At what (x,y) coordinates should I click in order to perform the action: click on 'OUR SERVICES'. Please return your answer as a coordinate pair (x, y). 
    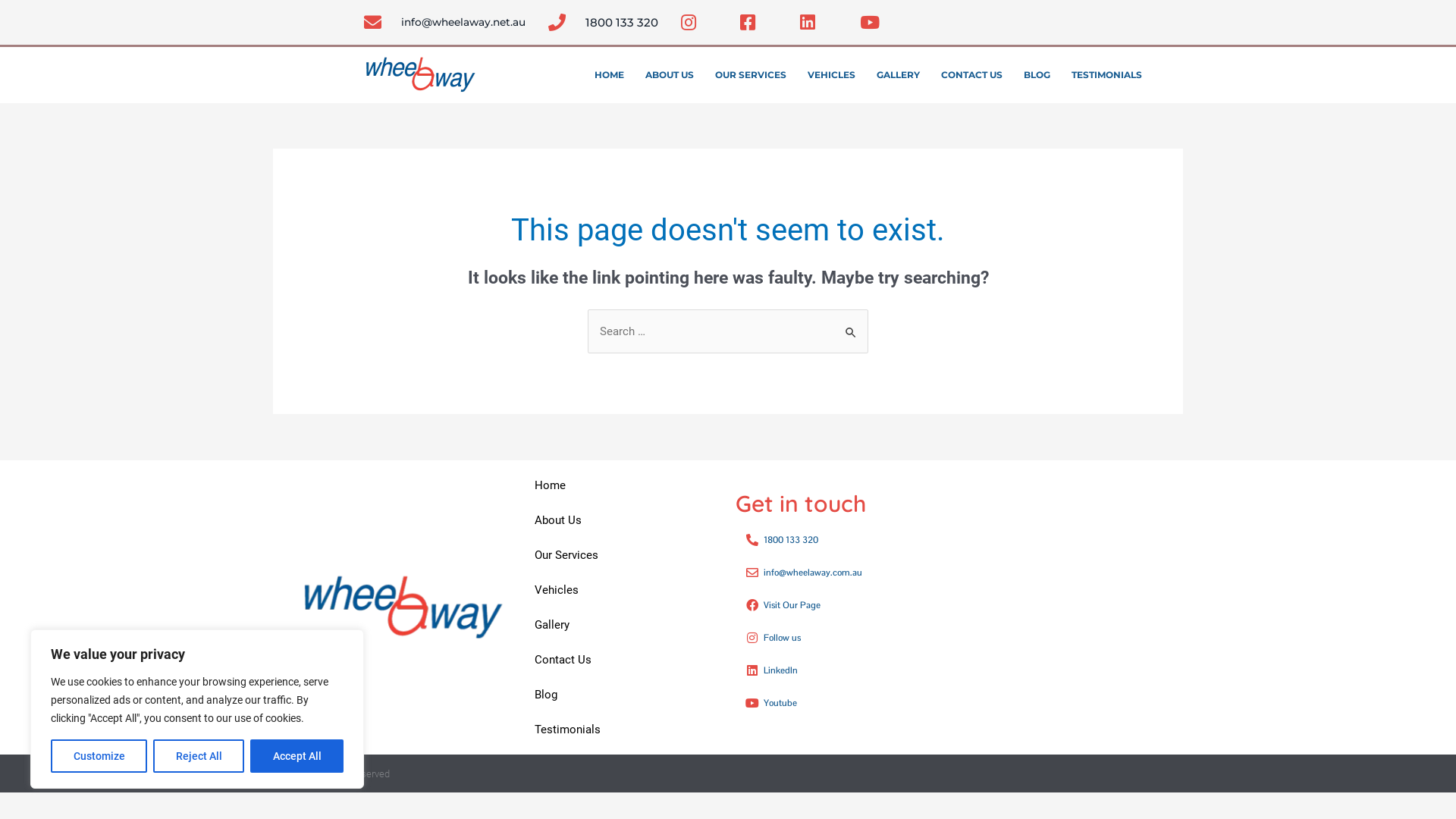
    Looking at the image, I should click on (750, 75).